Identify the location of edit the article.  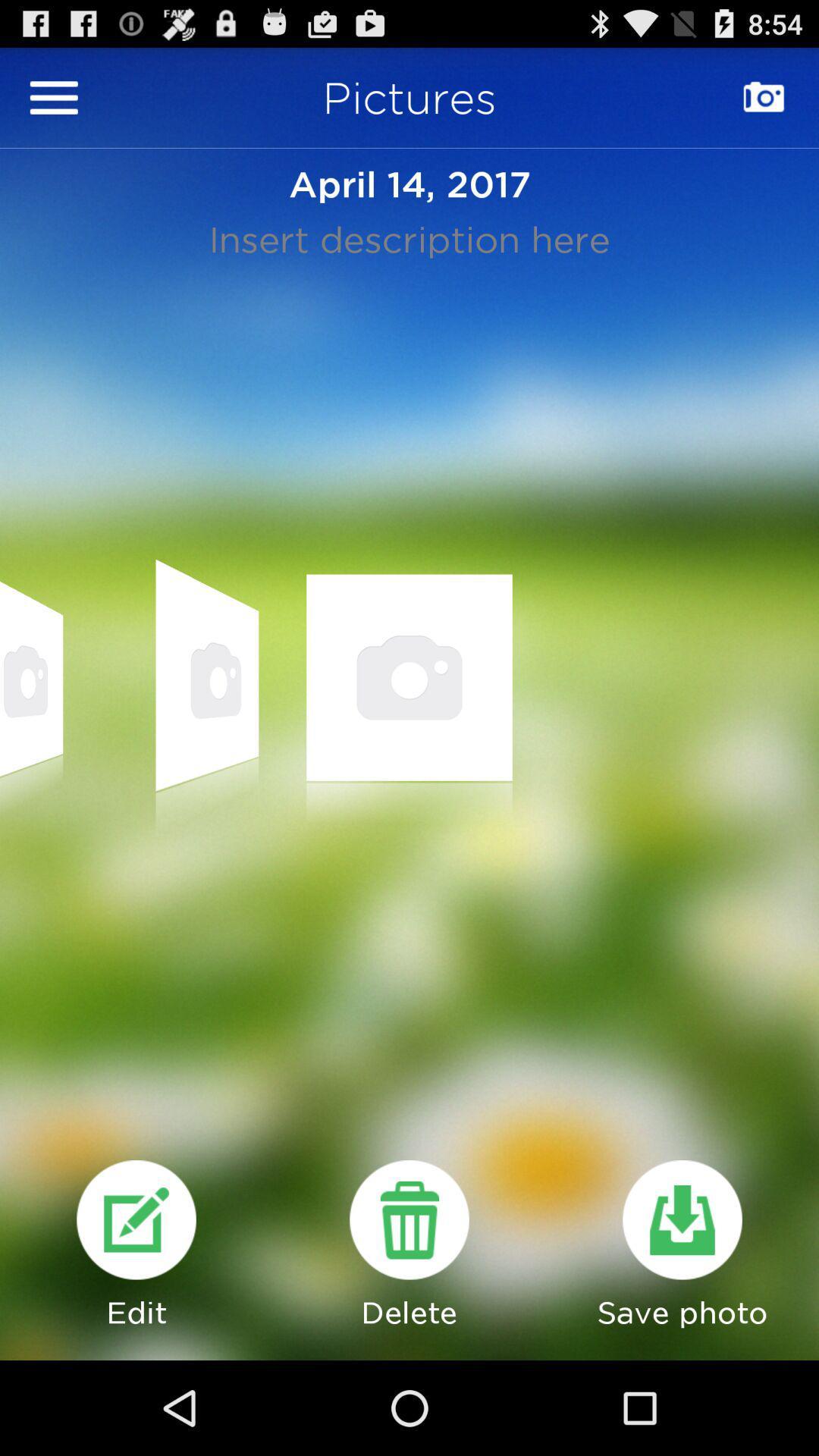
(136, 1219).